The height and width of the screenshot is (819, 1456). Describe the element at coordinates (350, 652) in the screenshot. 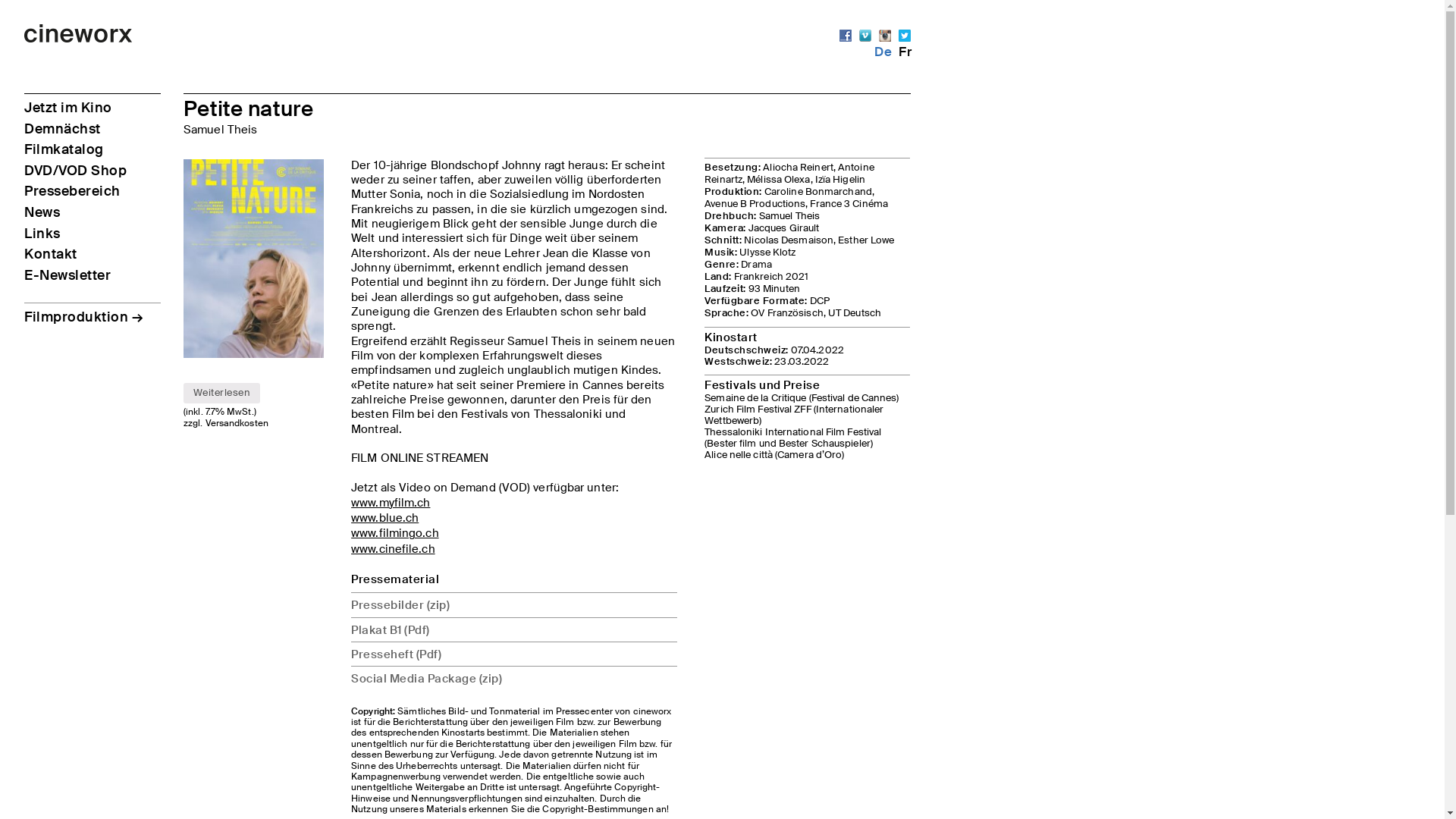

I see `'Presseheft (Pdf)'` at that location.